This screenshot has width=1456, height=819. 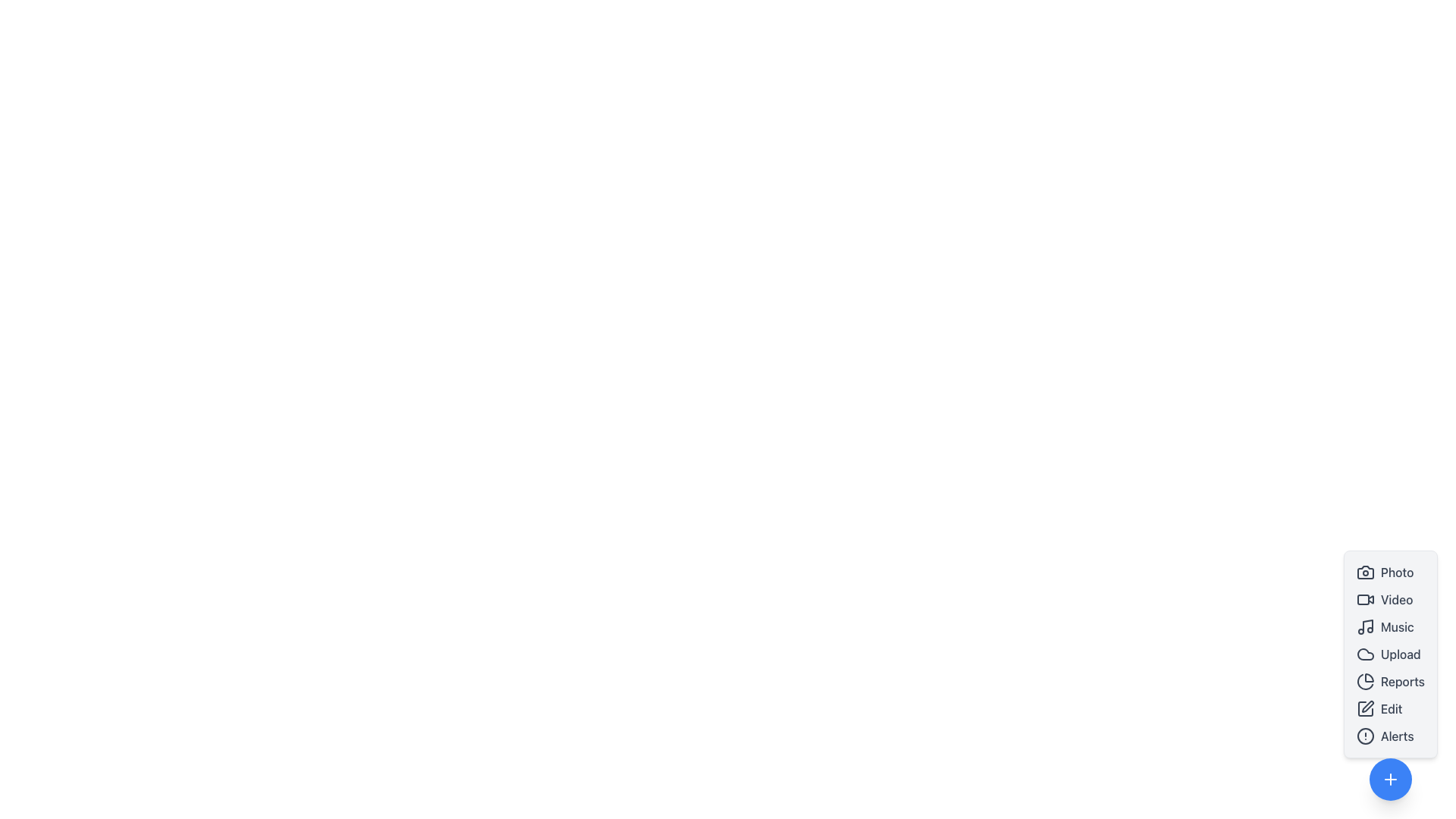 I want to click on one of the interactive menu items in the vertical menu component located in the bottom-right region of the interface, so click(x=1390, y=654).